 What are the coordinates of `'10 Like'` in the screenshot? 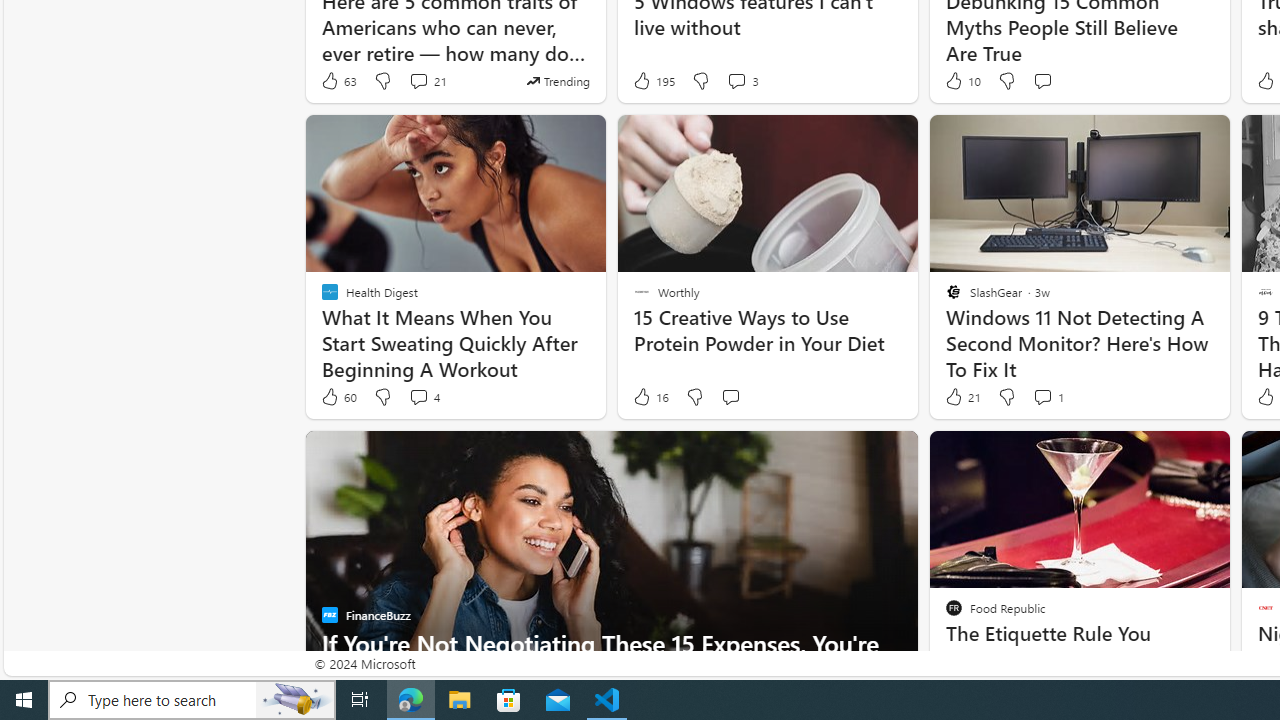 It's located at (961, 80).